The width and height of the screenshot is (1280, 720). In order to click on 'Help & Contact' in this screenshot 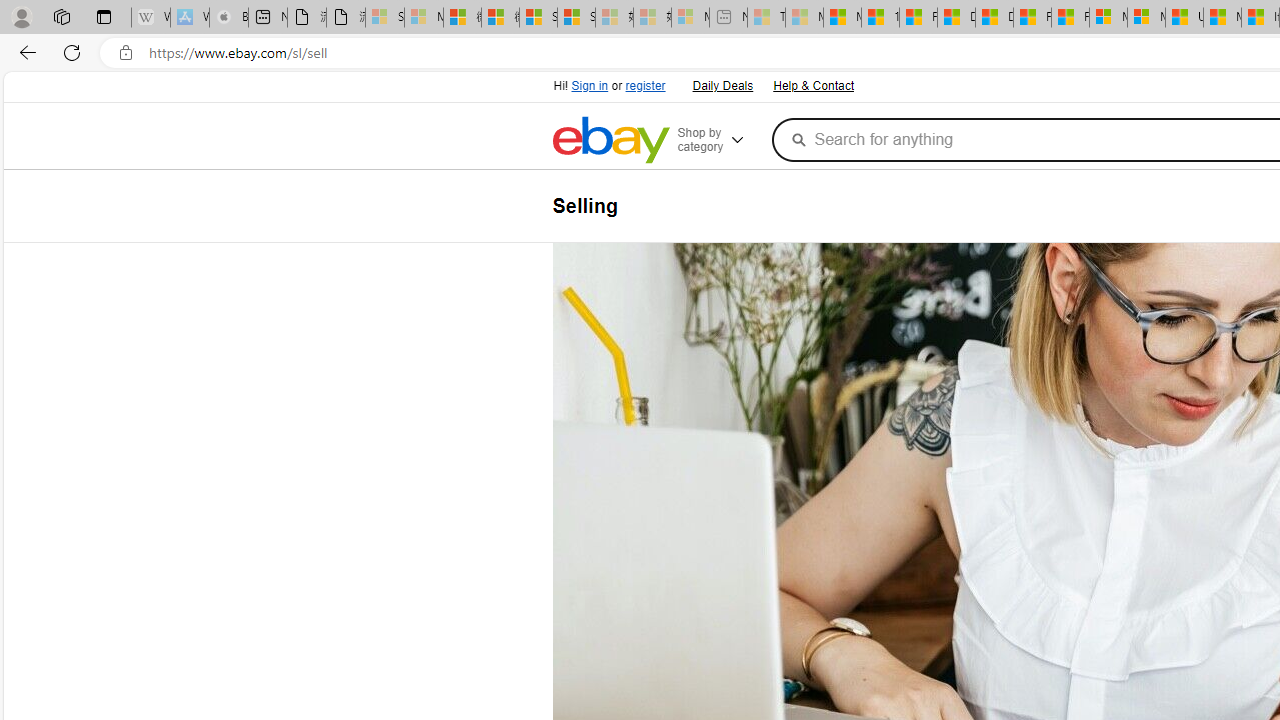, I will do `click(812, 83)`.